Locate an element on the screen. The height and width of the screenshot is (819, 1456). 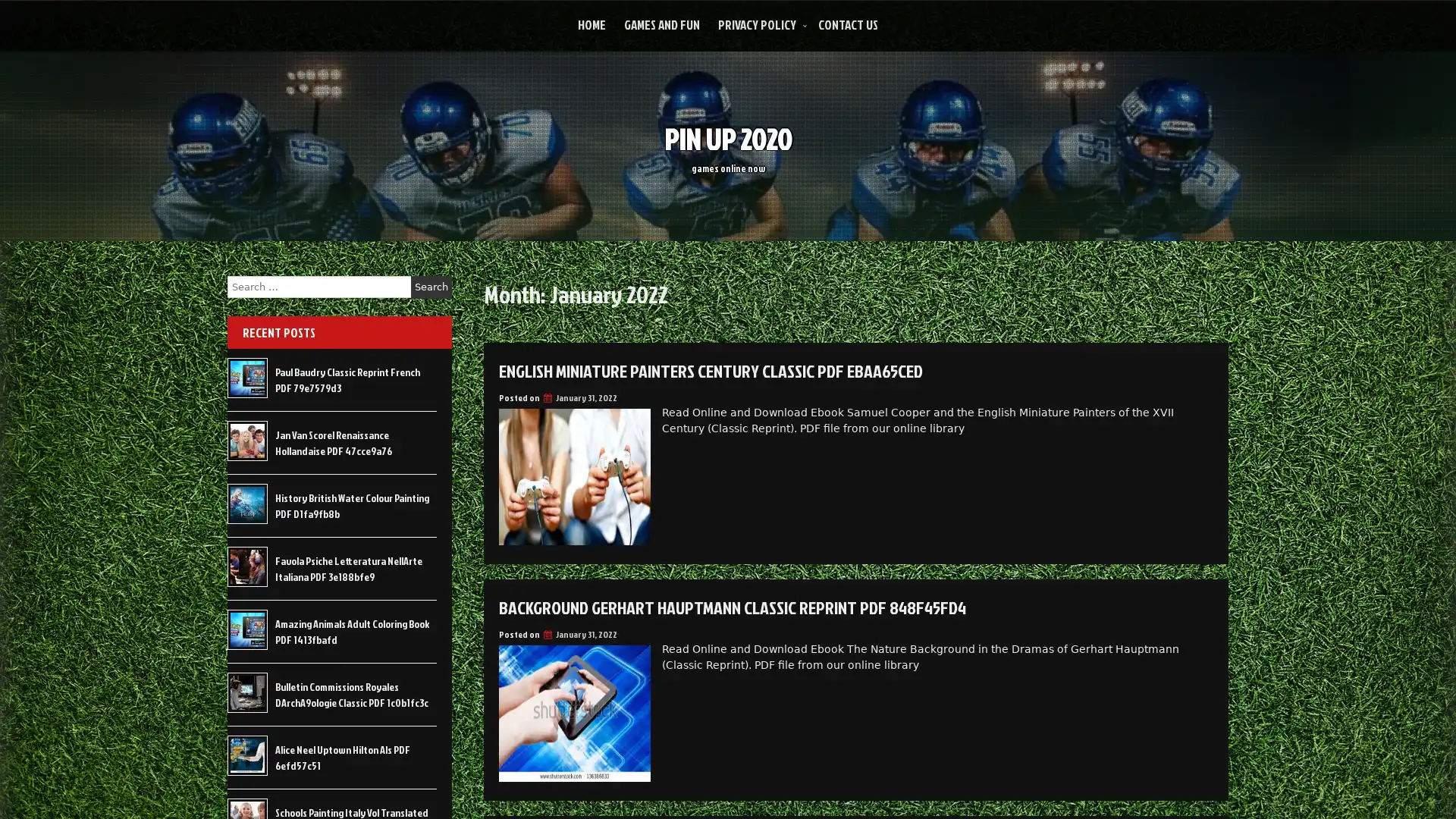
Search is located at coordinates (431, 287).